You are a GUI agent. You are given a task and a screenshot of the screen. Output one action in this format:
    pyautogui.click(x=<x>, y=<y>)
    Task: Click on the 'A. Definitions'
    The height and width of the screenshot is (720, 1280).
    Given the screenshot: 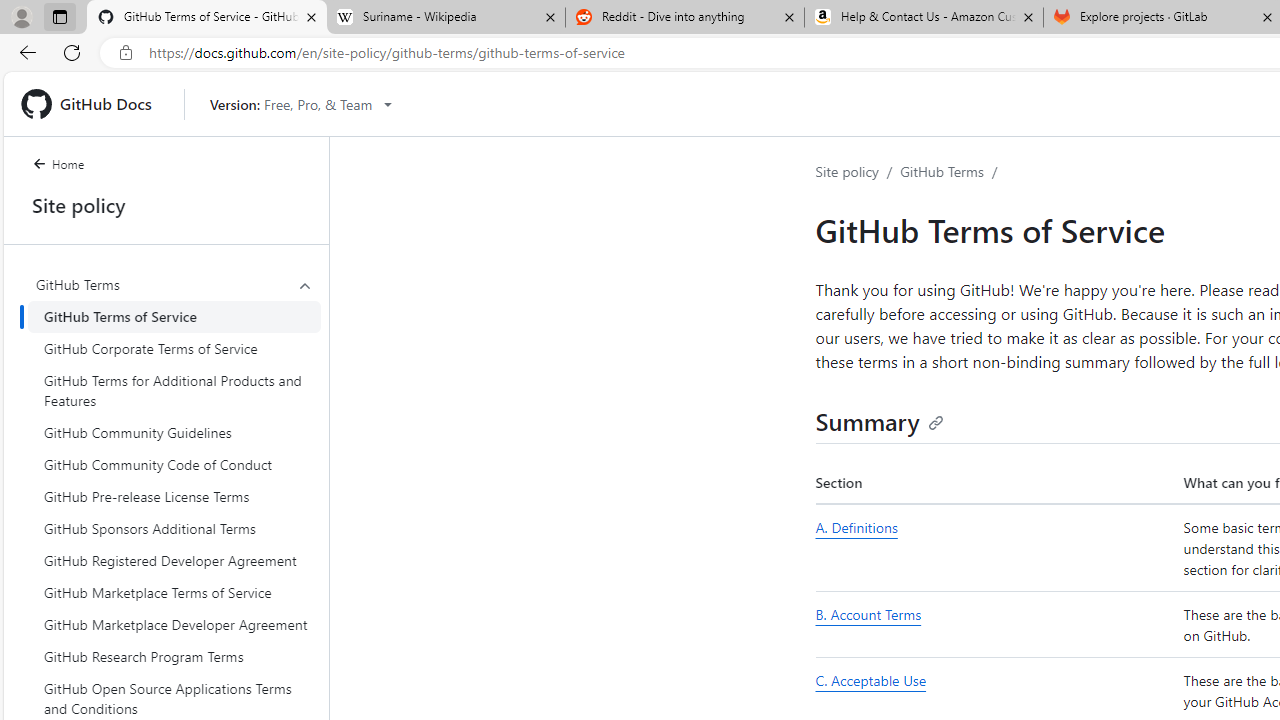 What is the action you would take?
    pyautogui.click(x=995, y=549)
    